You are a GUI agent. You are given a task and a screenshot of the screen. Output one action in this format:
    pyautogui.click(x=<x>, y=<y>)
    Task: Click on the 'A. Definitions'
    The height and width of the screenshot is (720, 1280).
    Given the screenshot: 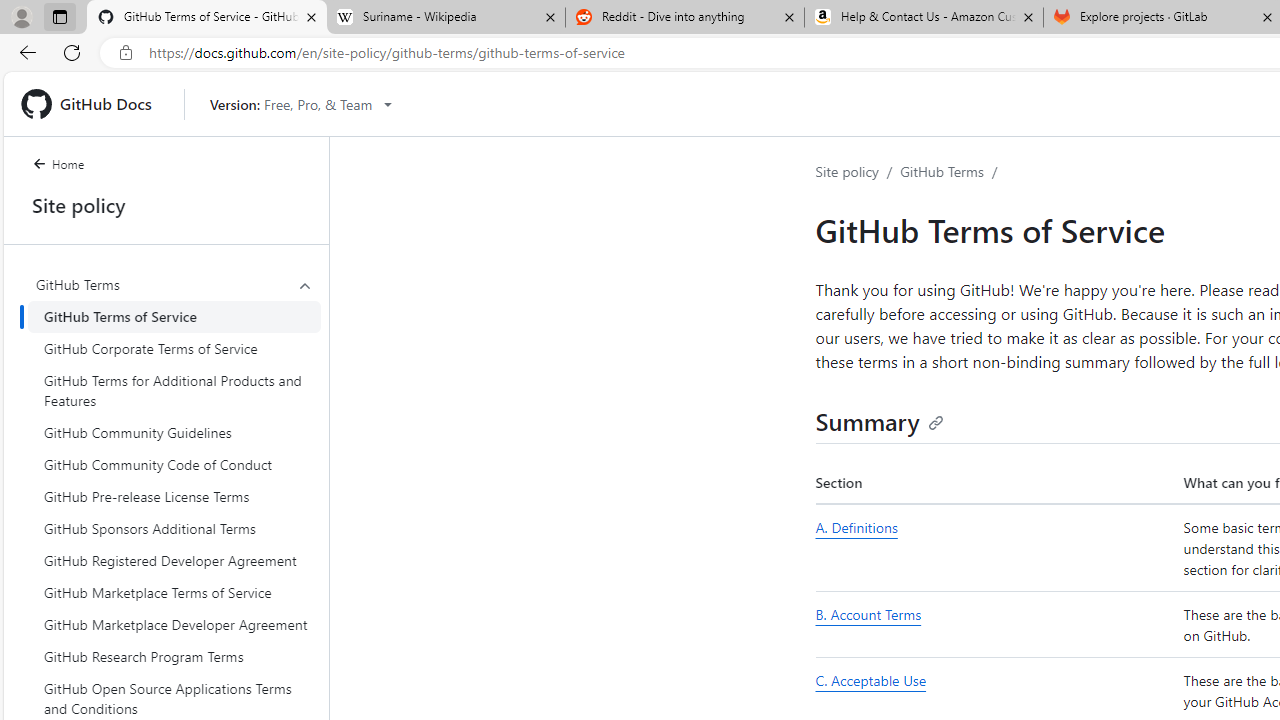 What is the action you would take?
    pyautogui.click(x=995, y=549)
    